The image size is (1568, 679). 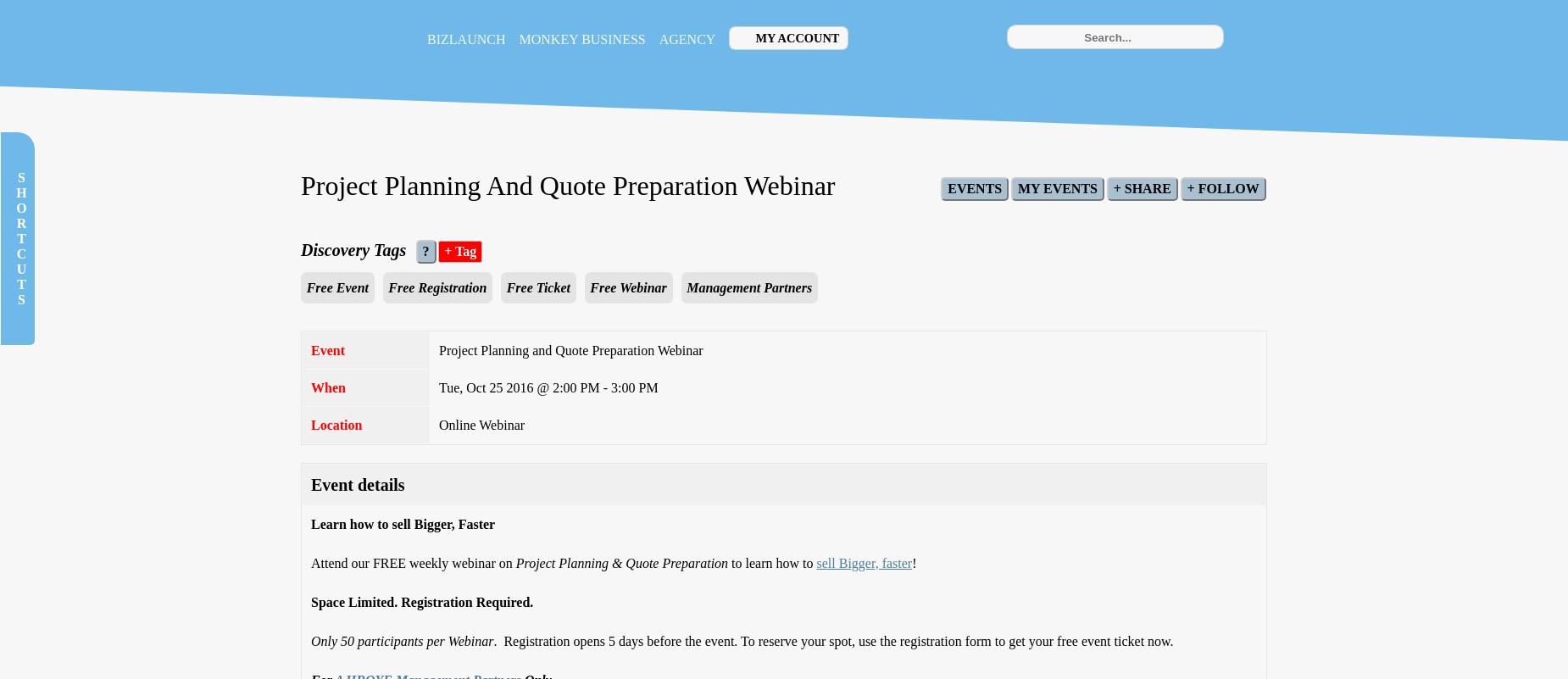 I want to click on 'Discovery Tags', so click(x=352, y=248).